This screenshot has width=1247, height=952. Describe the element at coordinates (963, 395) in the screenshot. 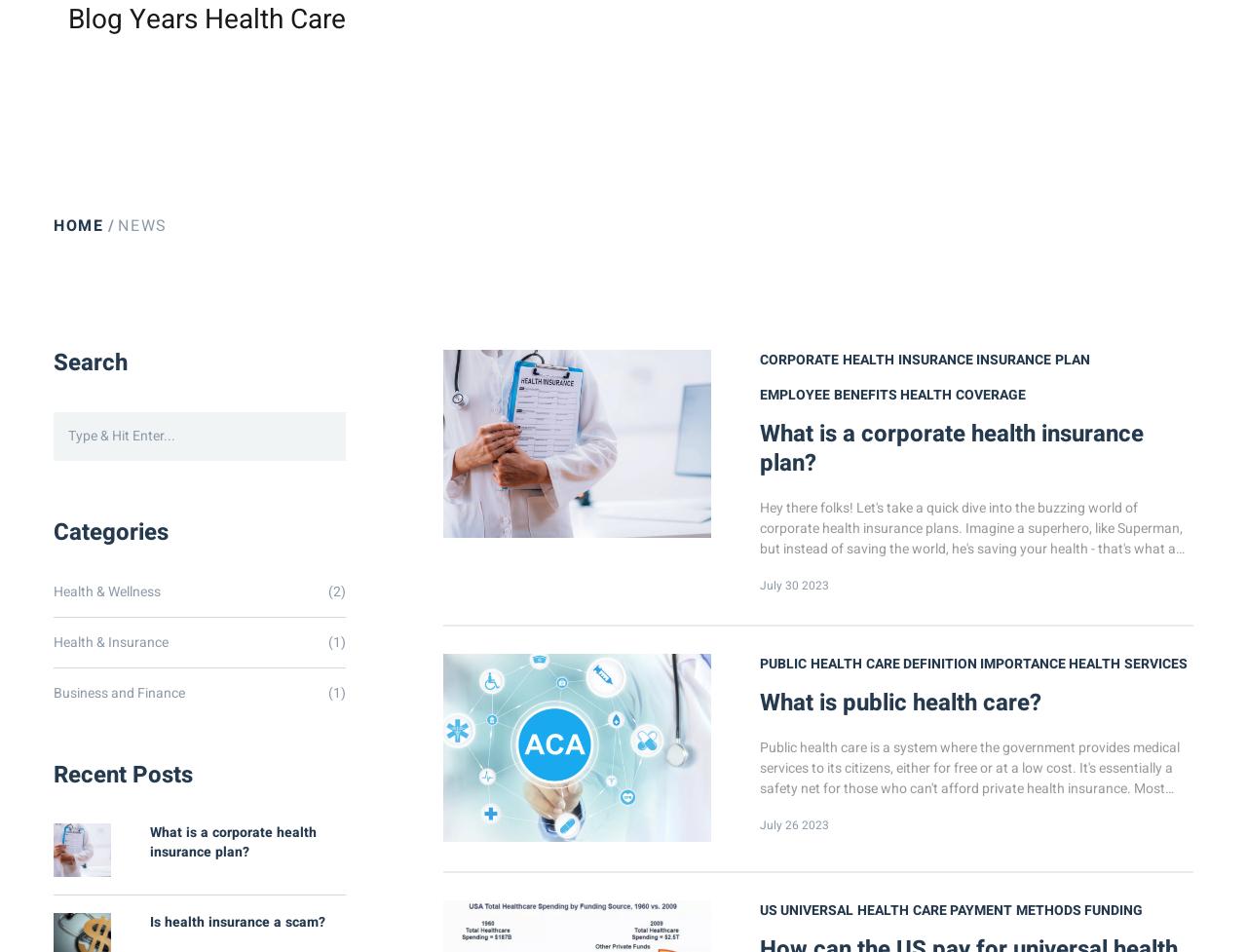

I see `'health coverage'` at that location.